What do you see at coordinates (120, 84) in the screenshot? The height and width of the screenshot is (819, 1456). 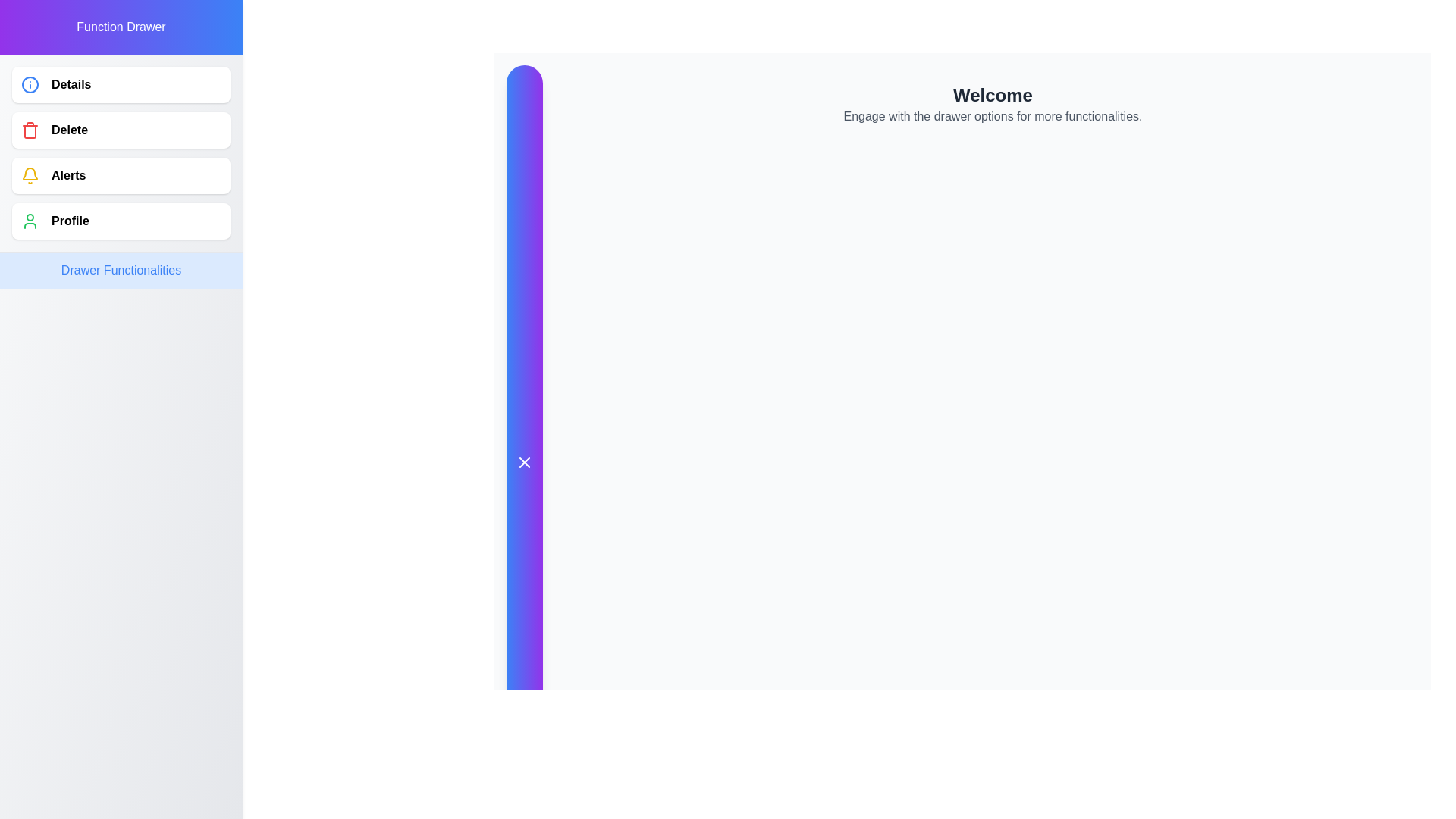 I see `the first button in the vertical list located in the left sidebar` at bounding box center [120, 84].